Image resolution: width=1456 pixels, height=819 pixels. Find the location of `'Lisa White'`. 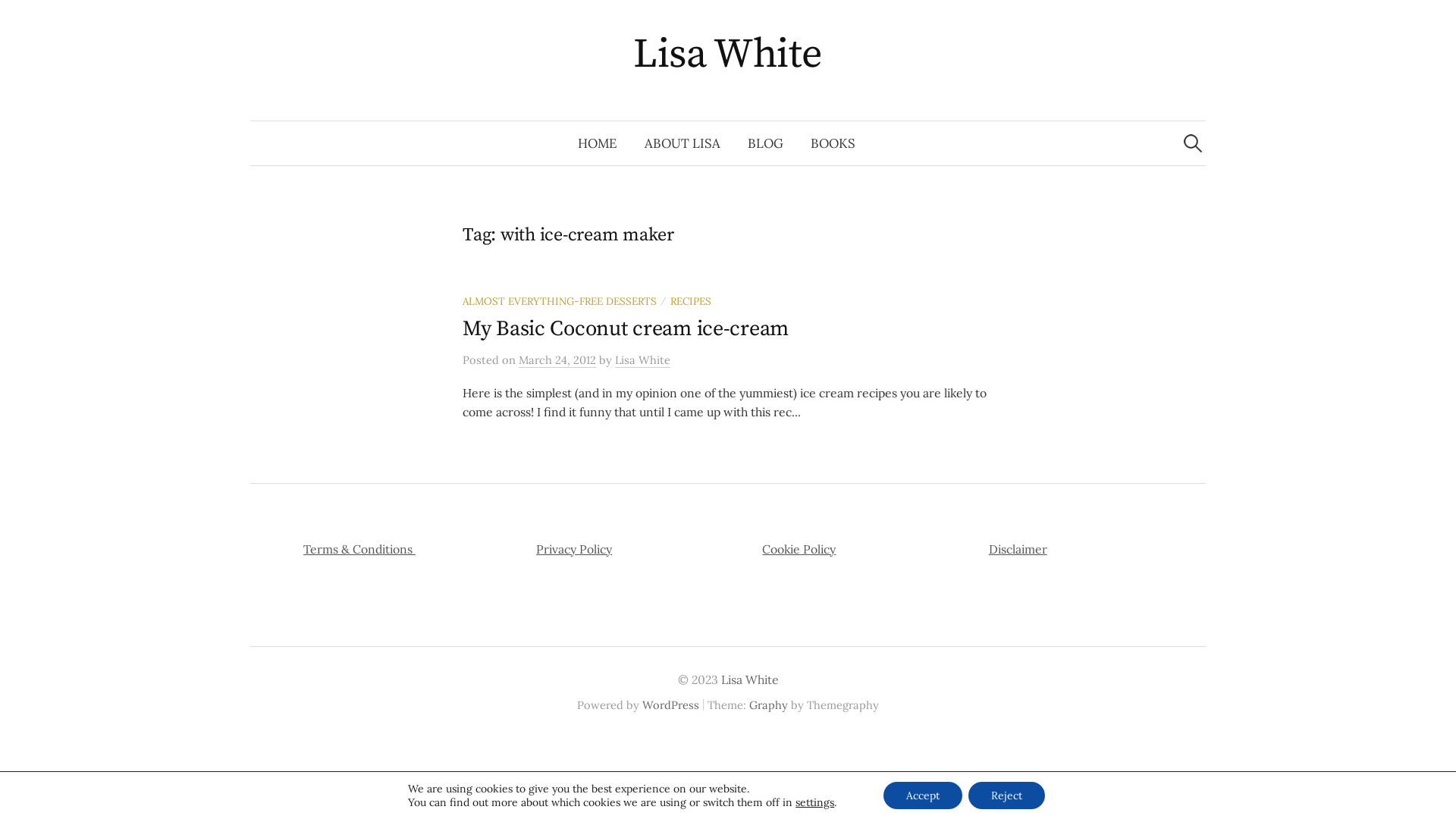

'Lisa White' is located at coordinates (728, 54).